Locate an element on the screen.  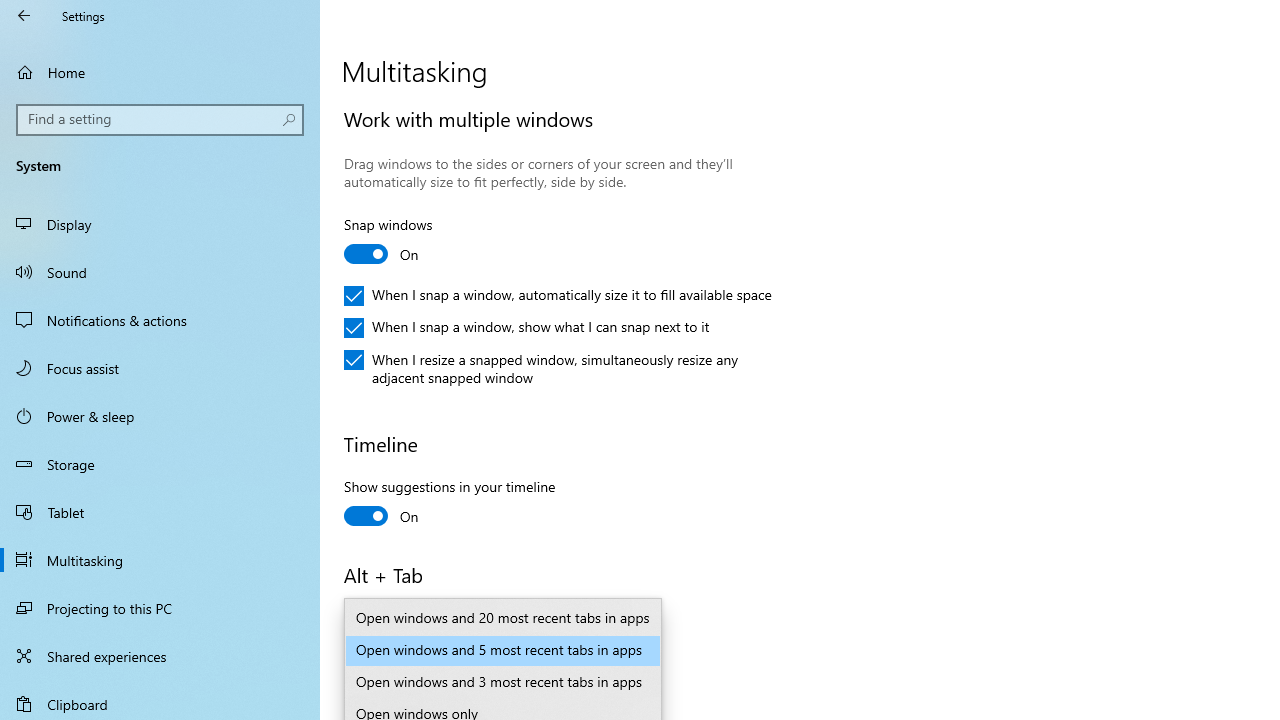
'When I snap a window, show what I can snap next to it' is located at coordinates (527, 326).